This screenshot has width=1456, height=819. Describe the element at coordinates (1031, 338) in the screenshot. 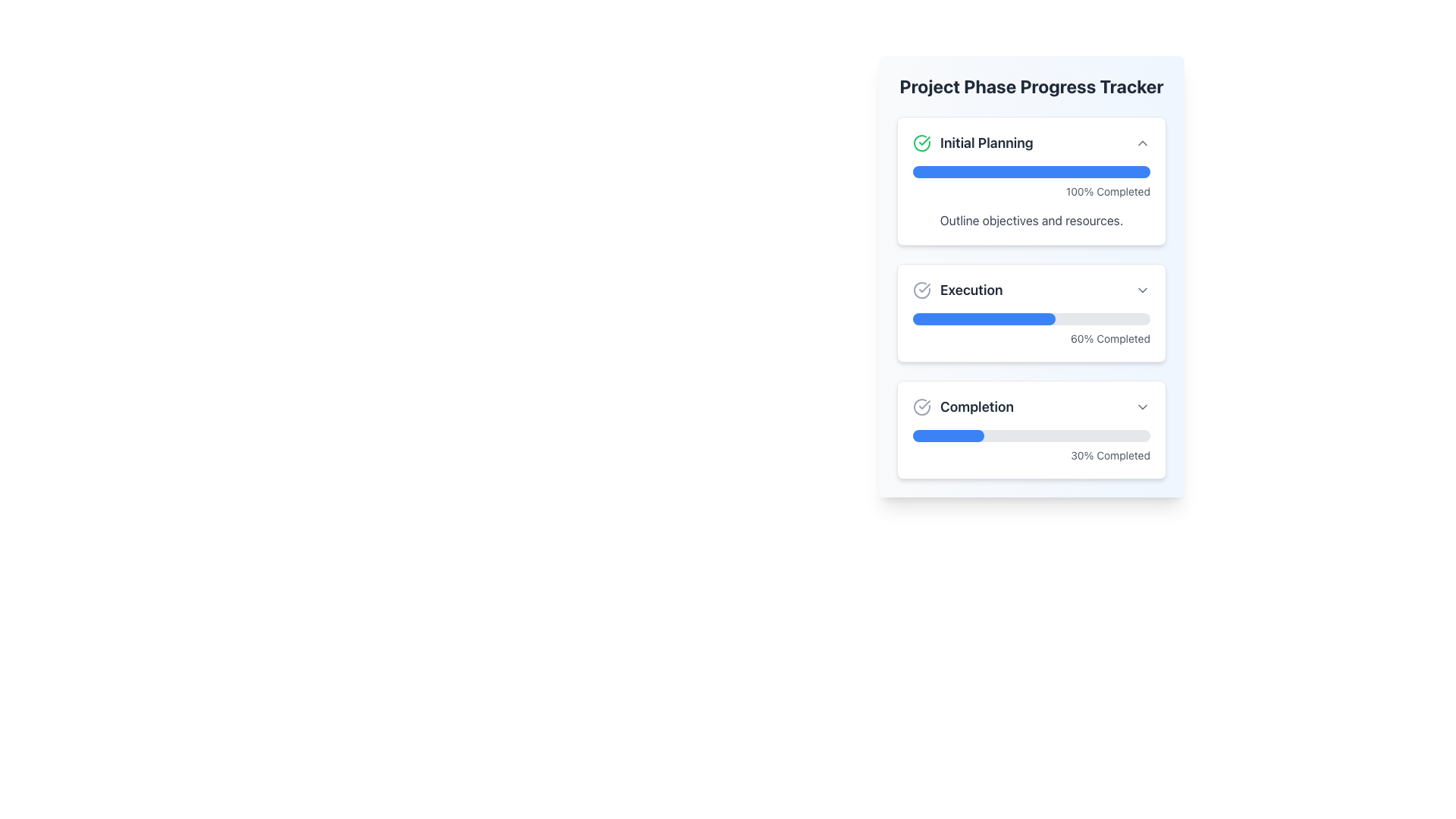

I see `the displayed percentage from the text label indicating the progress completed for the 'Execution' section, located below the blue progress bar and aligned to the right` at that location.